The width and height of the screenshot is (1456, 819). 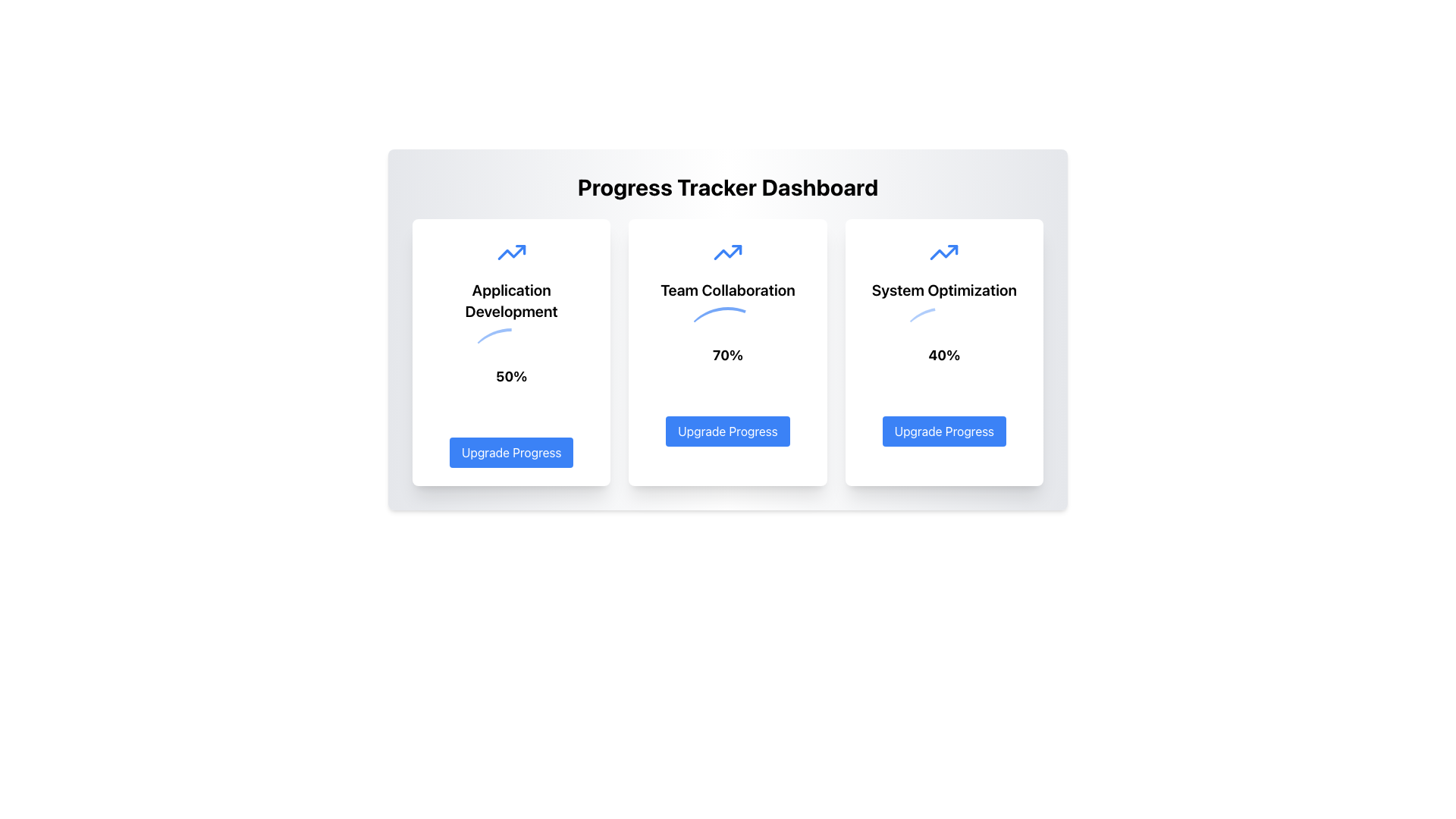 What do you see at coordinates (511, 452) in the screenshot?
I see `the 'Upgrade' button located at the bottom of the leftmost white card in the row of three cards to initiate the upgrade process for the 'Application Development' section` at bounding box center [511, 452].